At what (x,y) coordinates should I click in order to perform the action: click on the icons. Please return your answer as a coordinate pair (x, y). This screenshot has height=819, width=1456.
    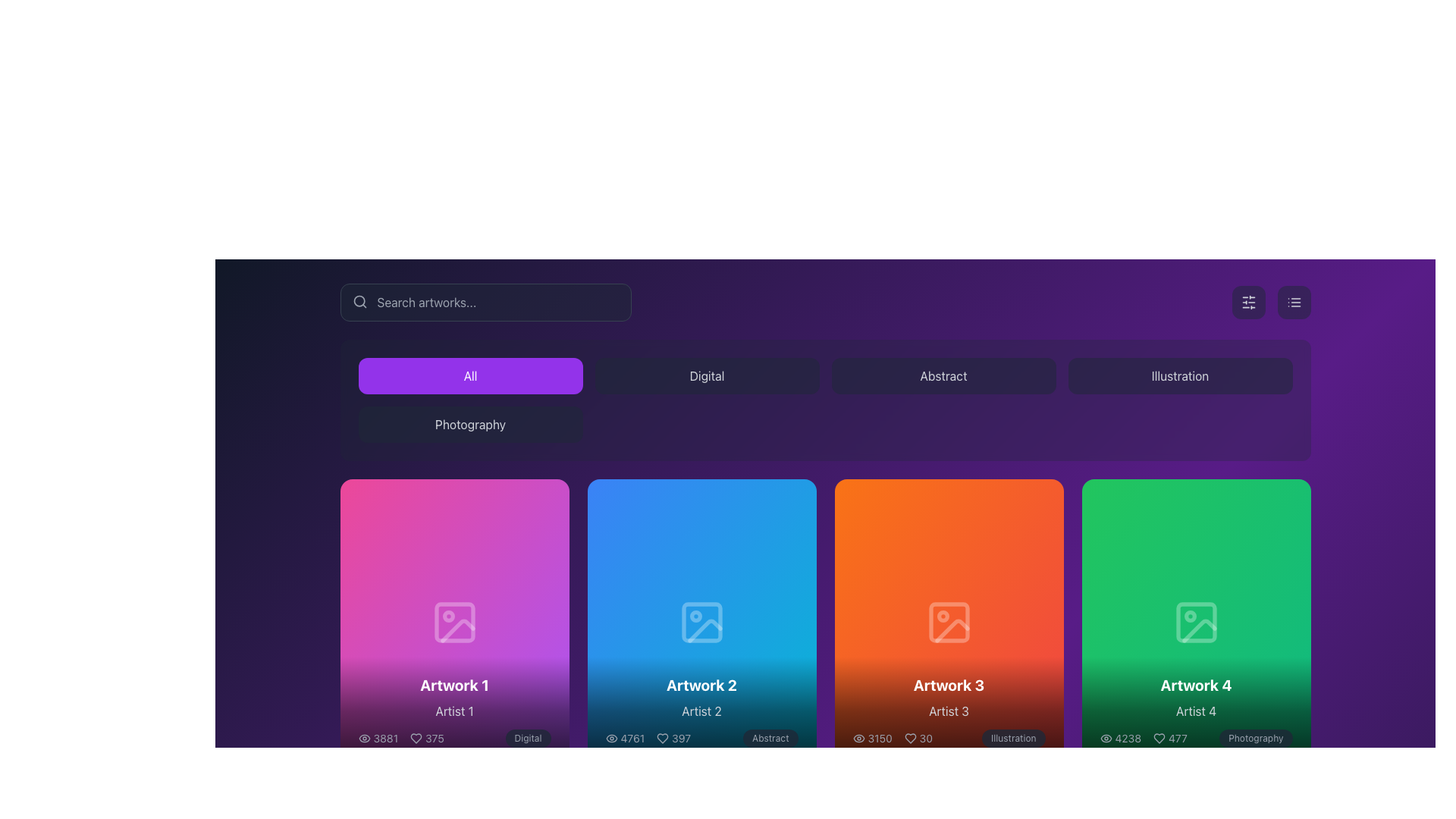
    Looking at the image, I should click on (453, 711).